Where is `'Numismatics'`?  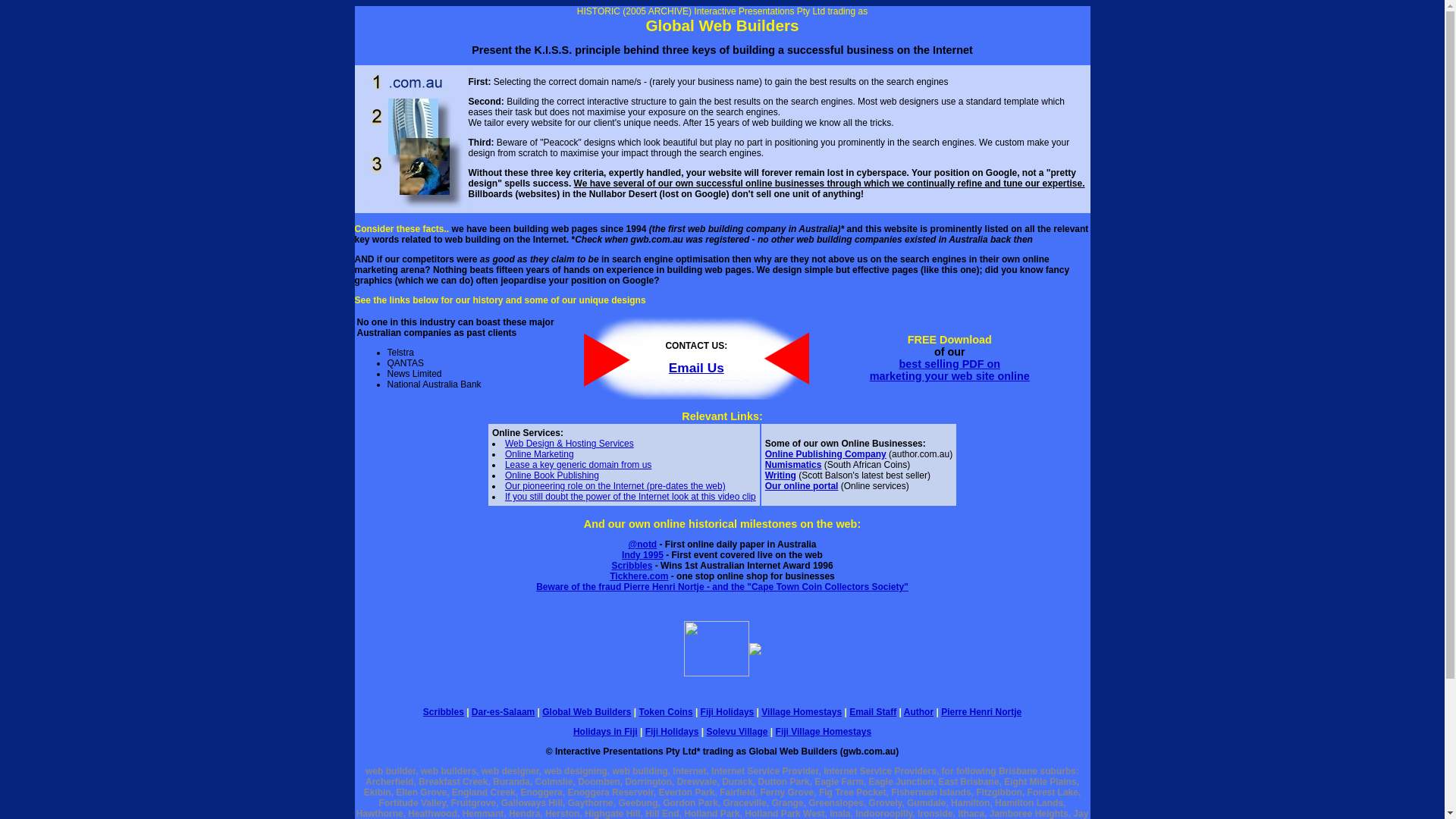 'Numismatics' is located at coordinates (792, 464).